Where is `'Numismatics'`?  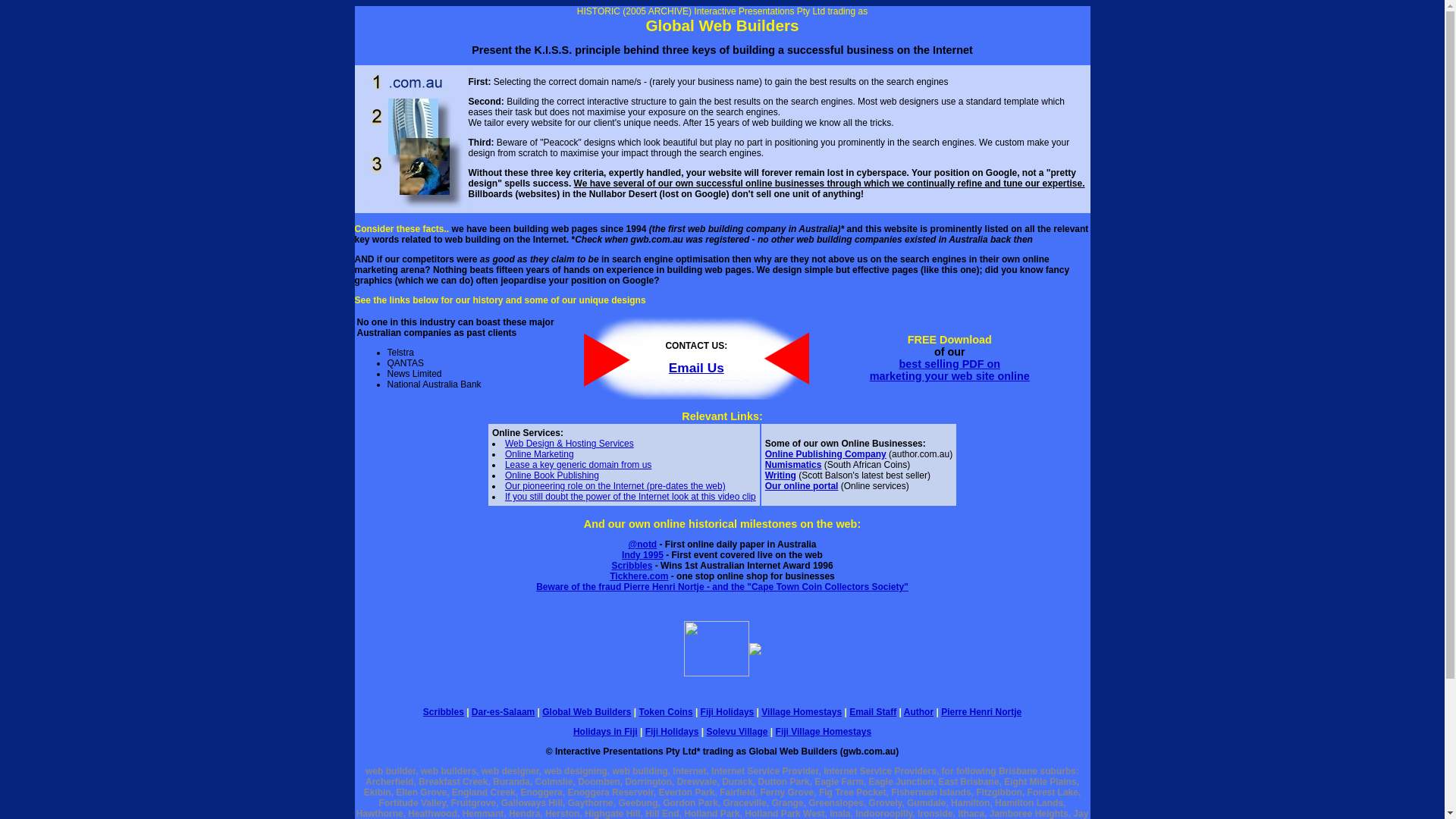 'Numismatics' is located at coordinates (792, 464).